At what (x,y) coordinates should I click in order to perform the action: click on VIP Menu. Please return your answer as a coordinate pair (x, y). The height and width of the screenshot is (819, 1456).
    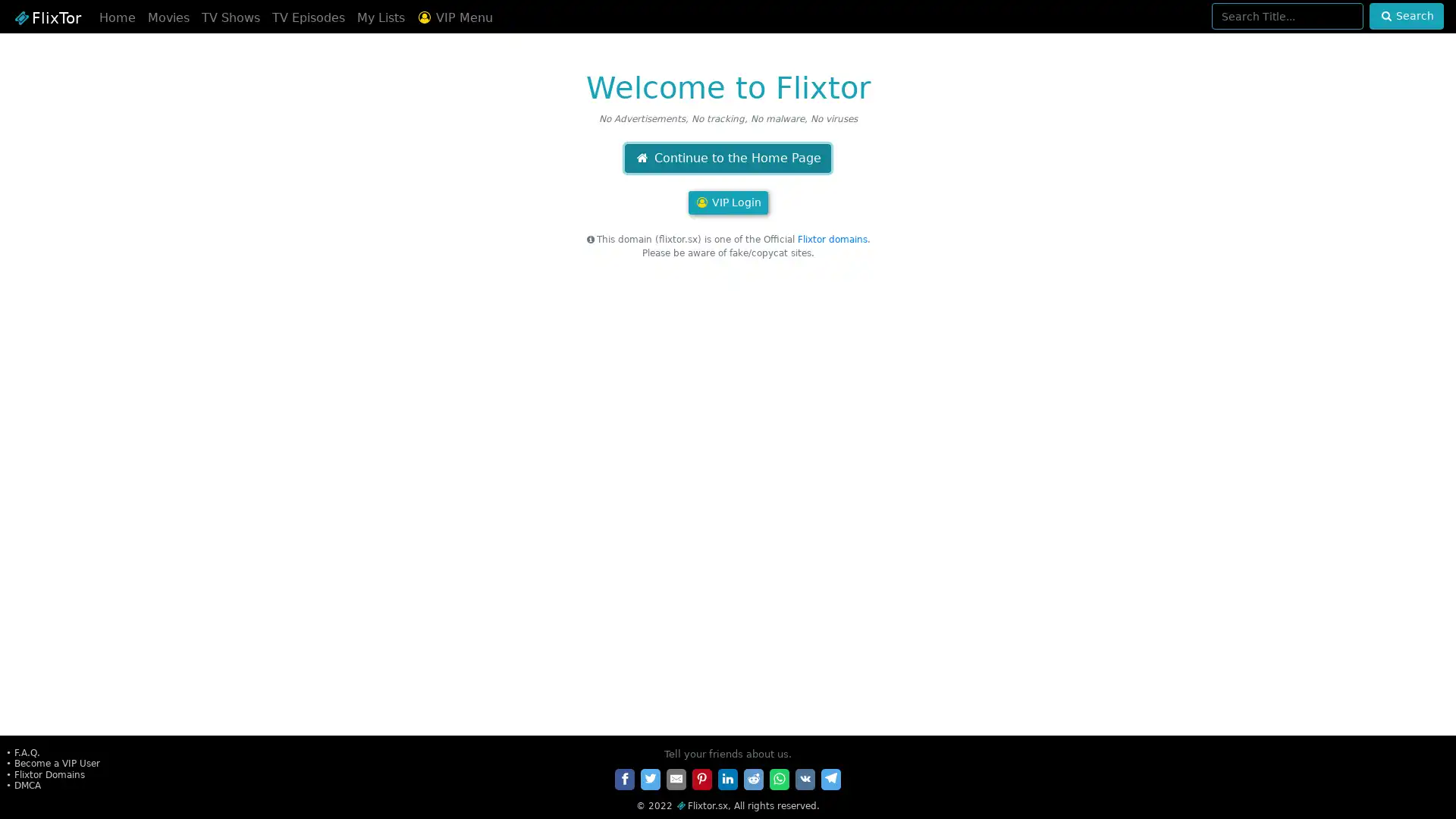
    Looking at the image, I should click on (453, 17).